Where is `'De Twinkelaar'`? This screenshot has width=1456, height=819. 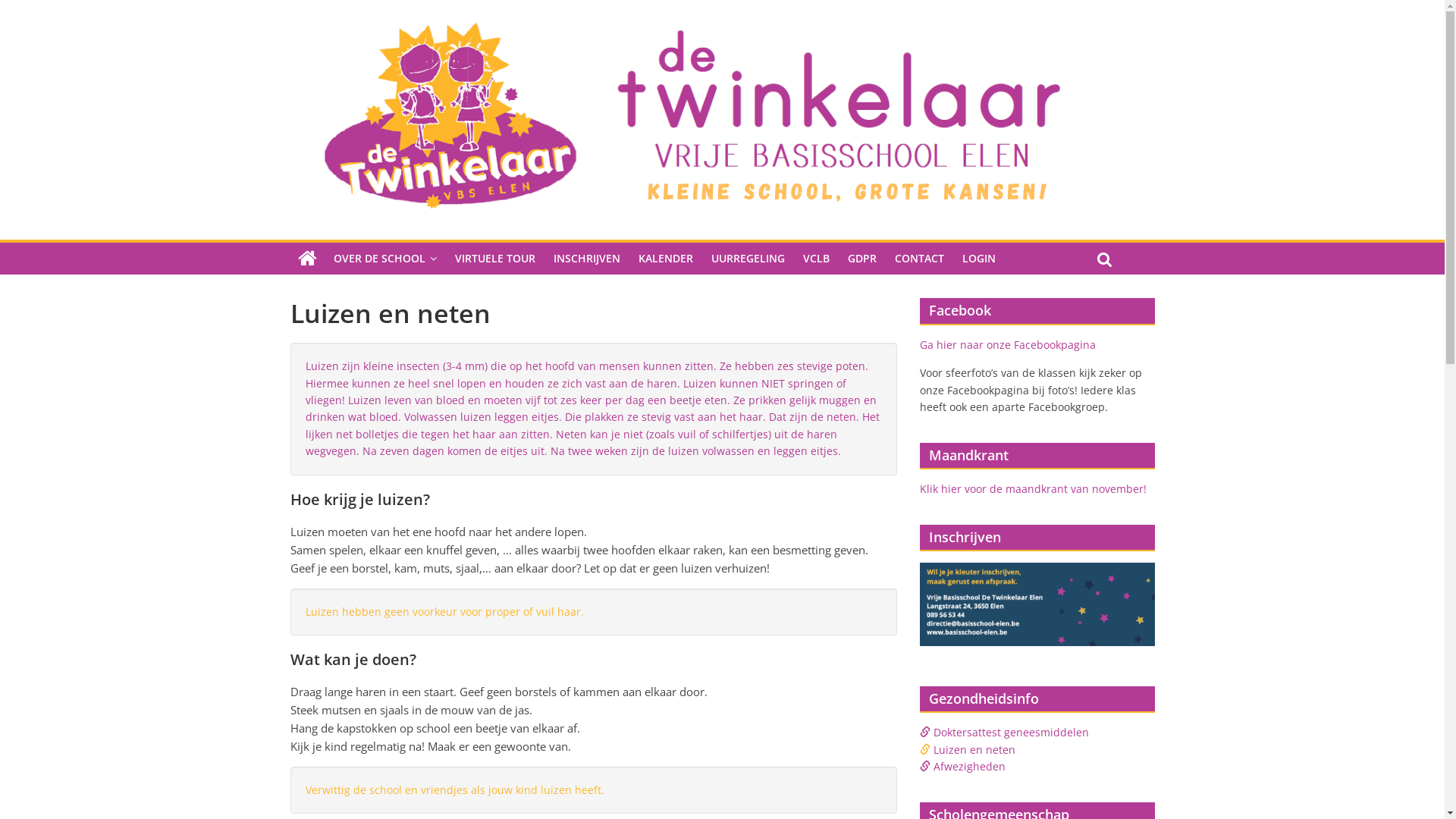 'De Twinkelaar' is located at coordinates (306, 257).